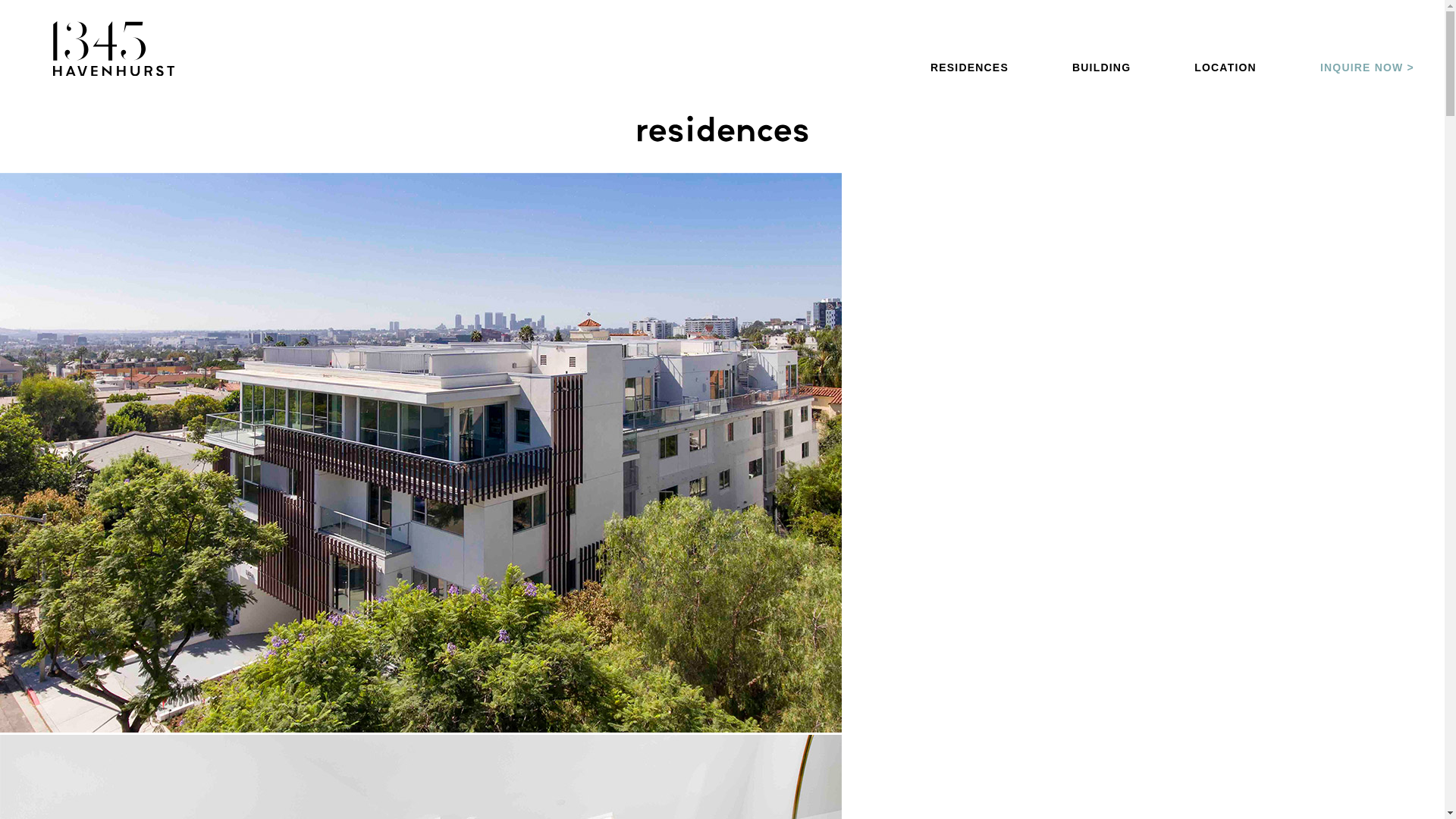  I want to click on 'INQUIRE NOW >', so click(1367, 66).